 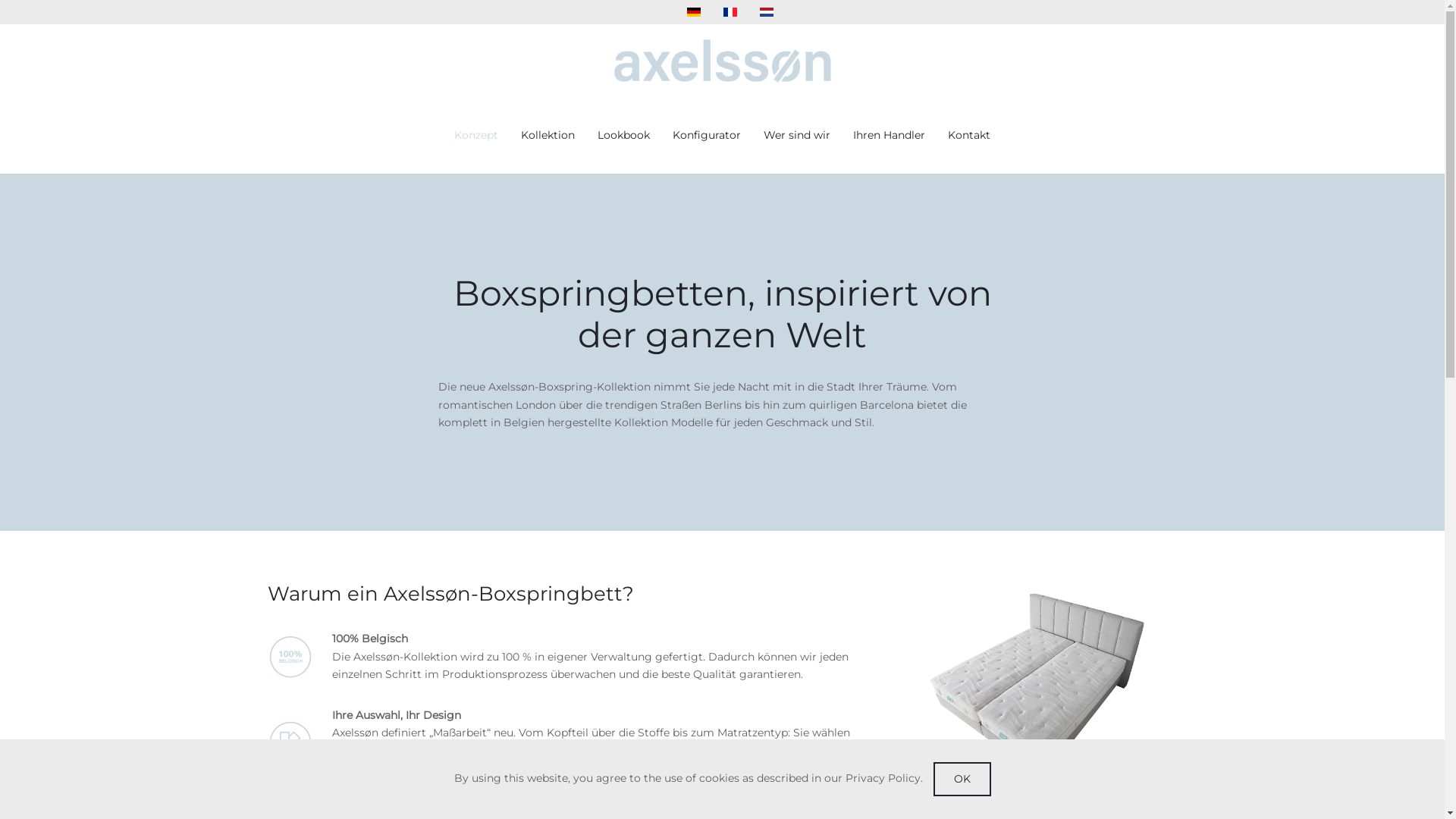 What do you see at coordinates (705, 134) in the screenshot?
I see `'Konfigurator'` at bounding box center [705, 134].